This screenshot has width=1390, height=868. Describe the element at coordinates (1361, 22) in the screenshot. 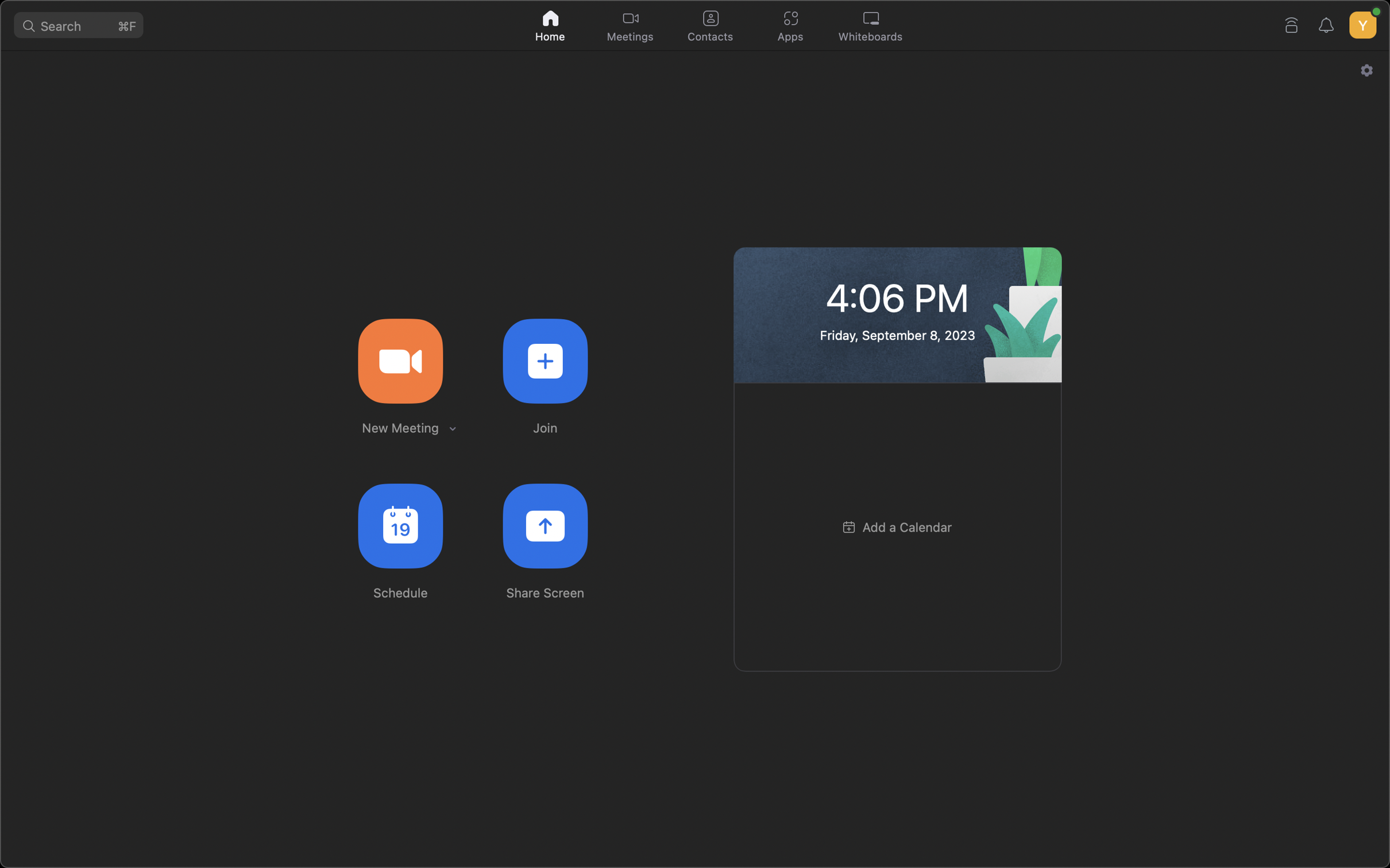

I see `the account icon to access your account settings` at that location.